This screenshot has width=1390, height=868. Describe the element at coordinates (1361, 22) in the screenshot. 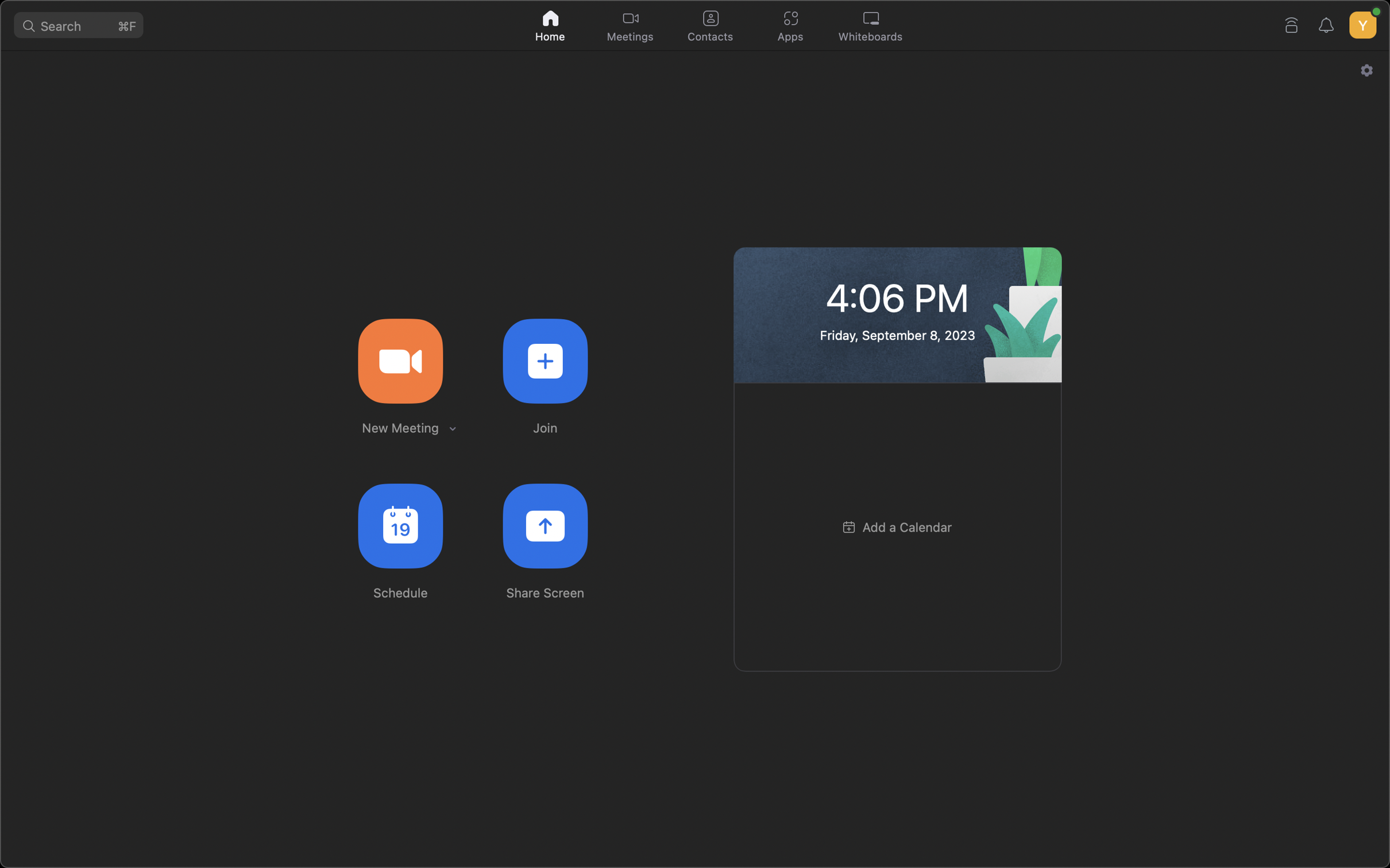

I see `the account icon to access your account settings` at that location.